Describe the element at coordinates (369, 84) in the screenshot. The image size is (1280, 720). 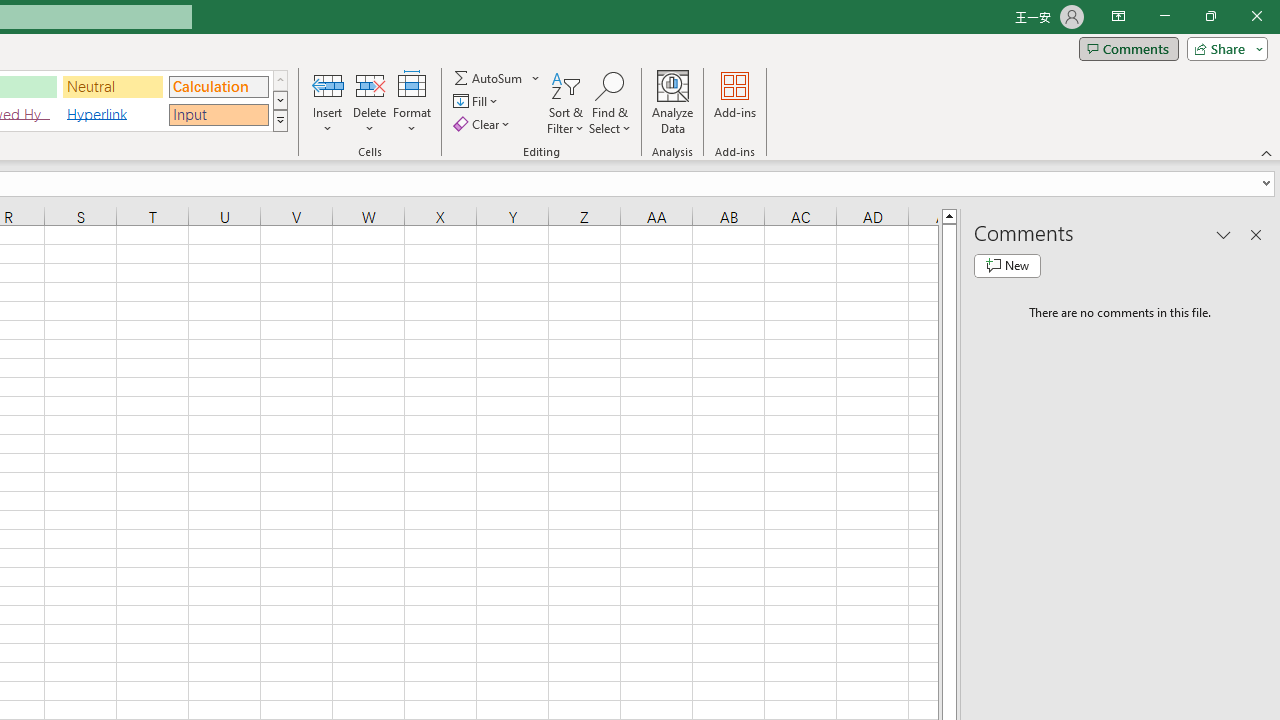
I see `'Delete Cells...'` at that location.